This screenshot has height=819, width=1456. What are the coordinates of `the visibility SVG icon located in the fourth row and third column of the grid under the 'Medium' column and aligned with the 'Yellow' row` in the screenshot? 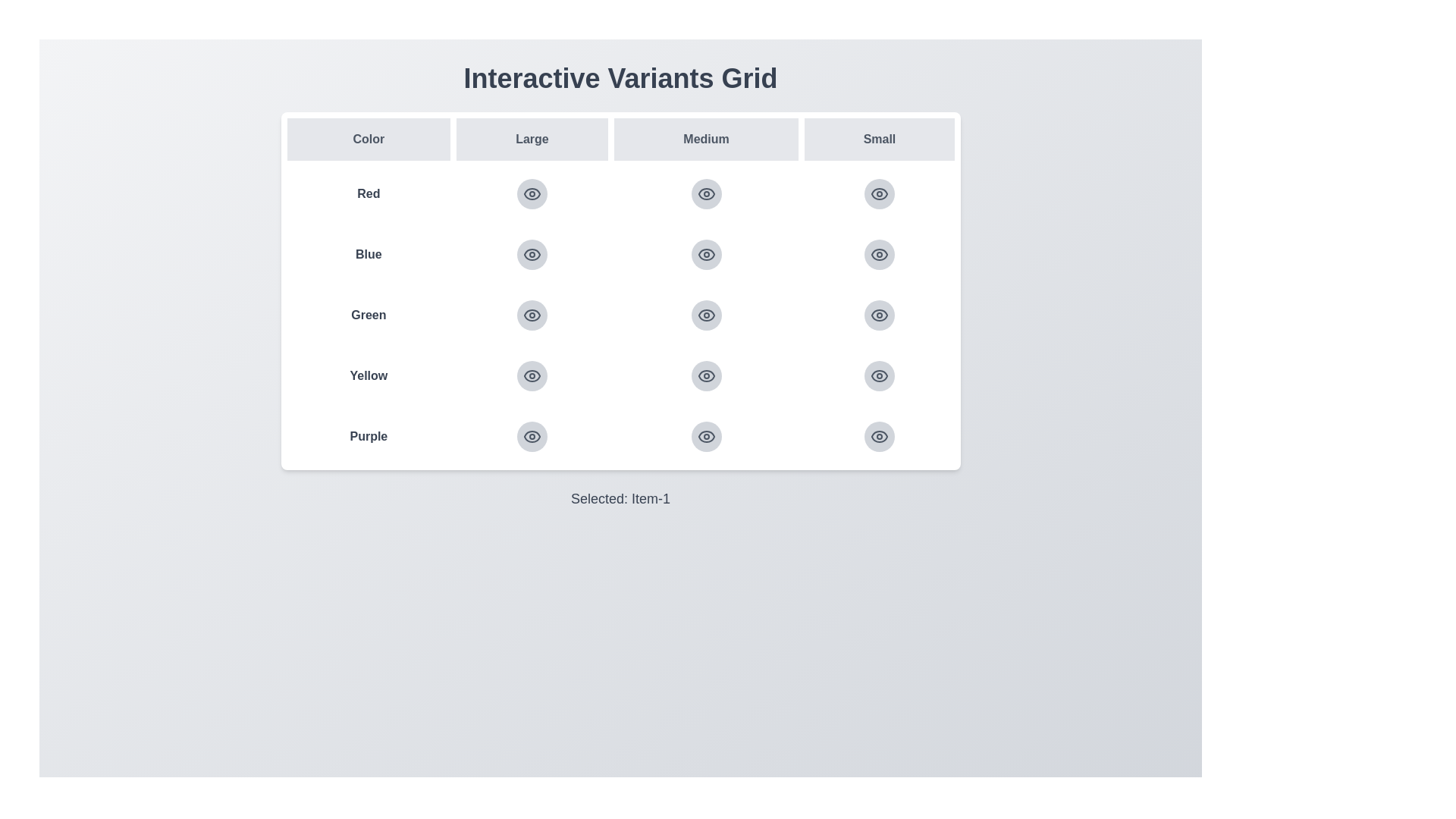 It's located at (705, 375).